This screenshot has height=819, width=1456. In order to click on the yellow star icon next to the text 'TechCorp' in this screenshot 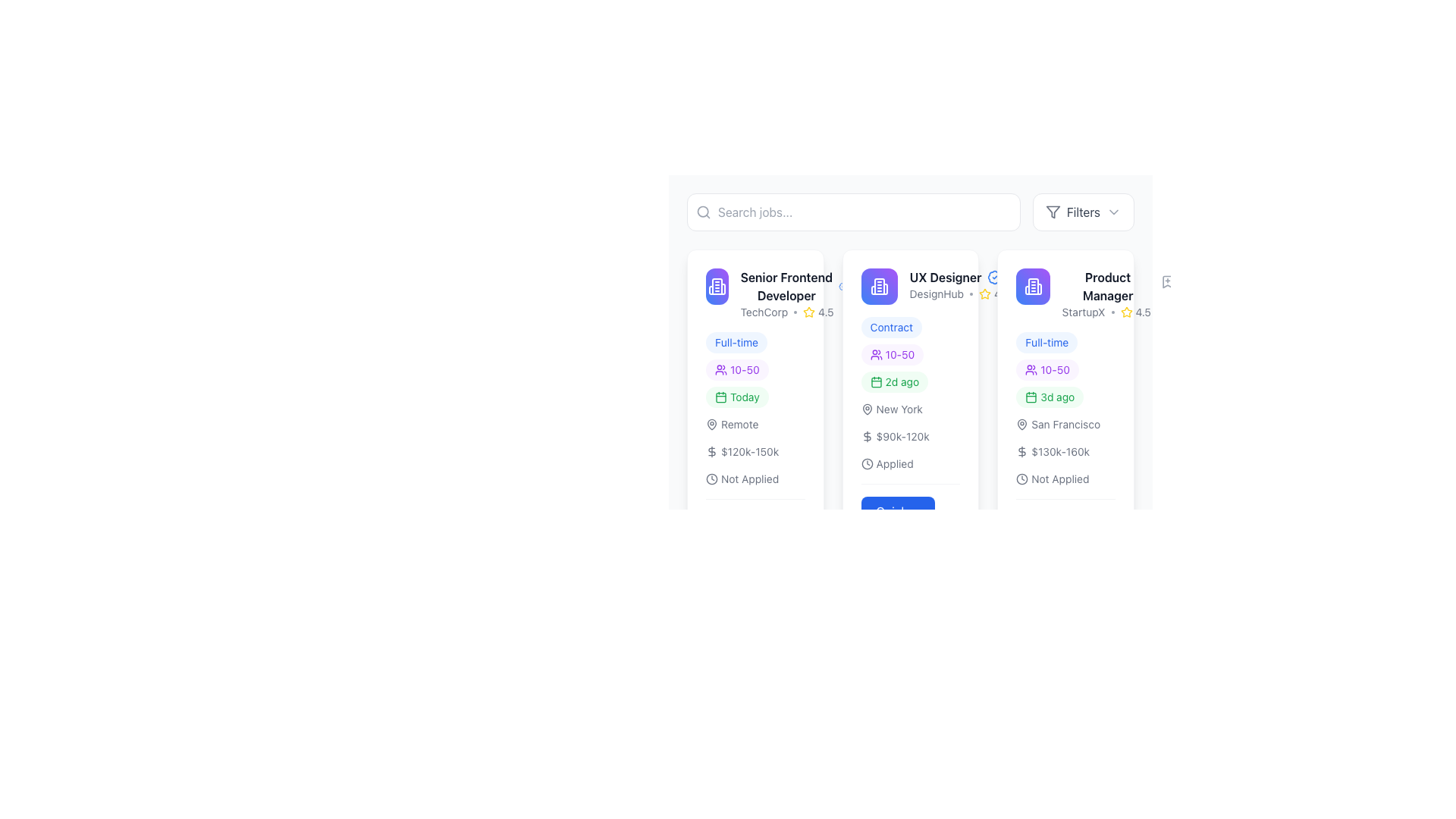, I will do `click(793, 312)`.